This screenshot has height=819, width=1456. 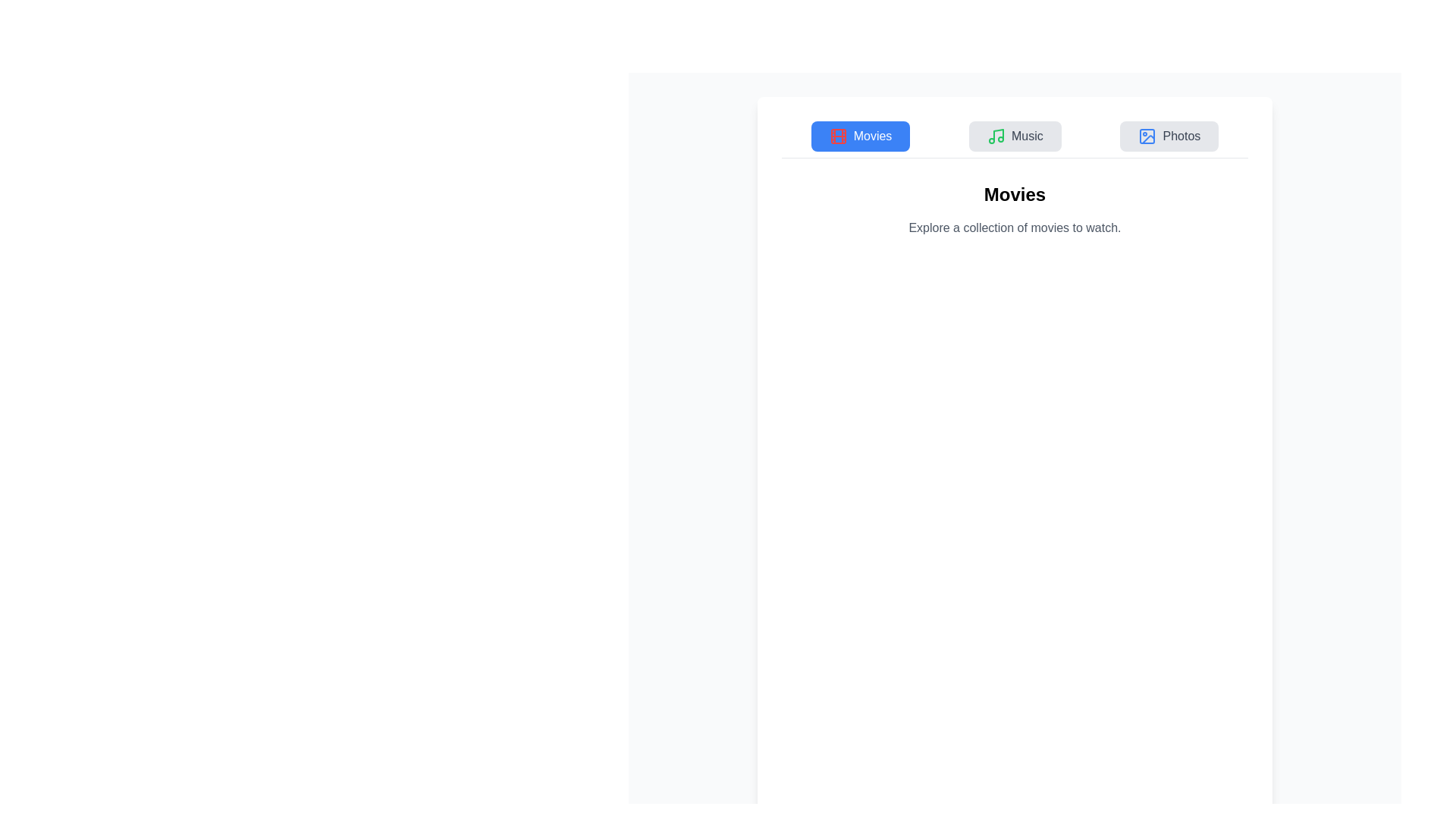 What do you see at coordinates (860, 136) in the screenshot?
I see `the Movies tab by clicking its button` at bounding box center [860, 136].